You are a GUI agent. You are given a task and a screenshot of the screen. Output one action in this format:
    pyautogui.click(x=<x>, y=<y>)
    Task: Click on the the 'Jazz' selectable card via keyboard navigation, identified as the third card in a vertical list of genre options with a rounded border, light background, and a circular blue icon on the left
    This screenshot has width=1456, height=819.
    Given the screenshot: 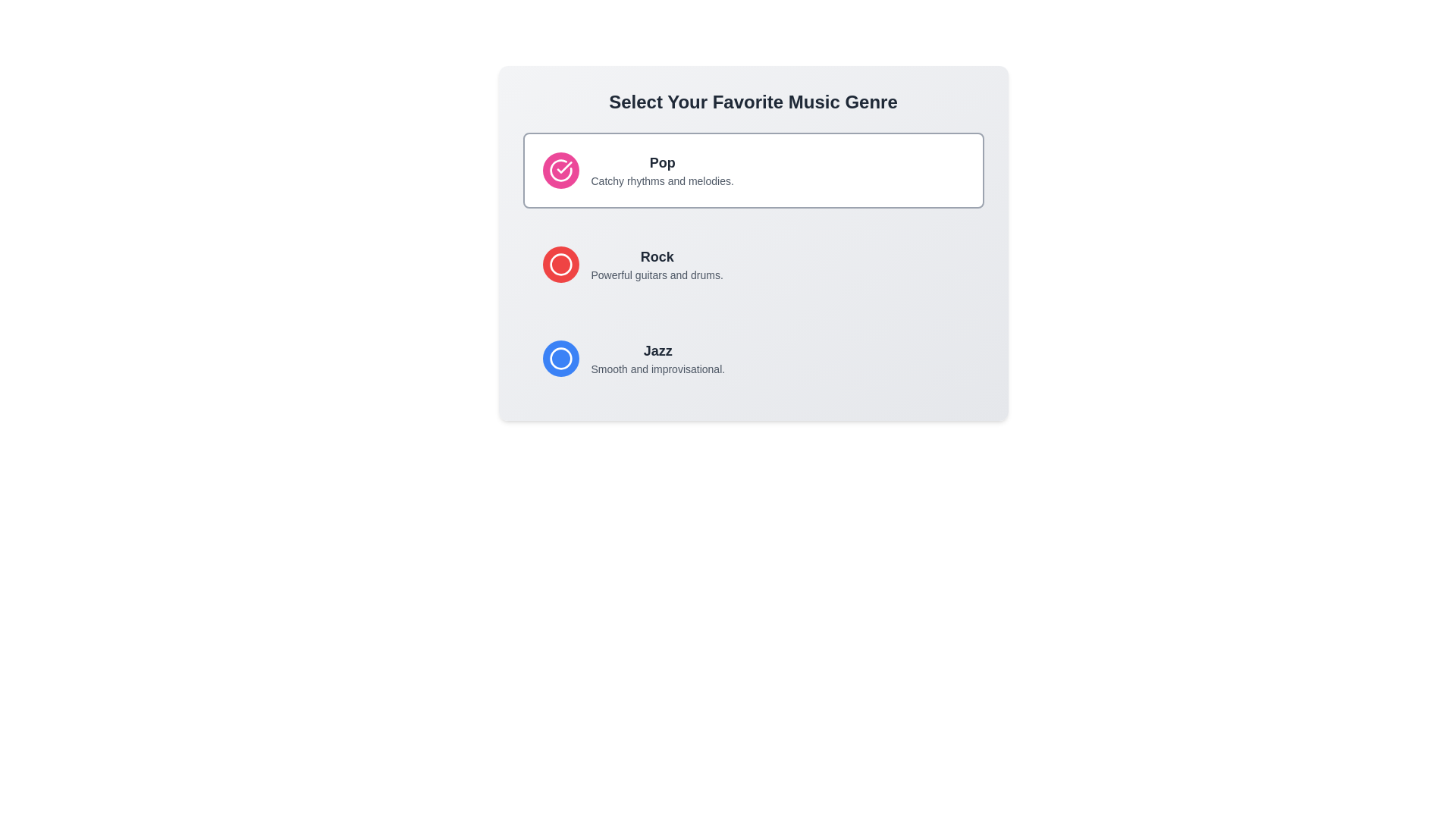 What is the action you would take?
    pyautogui.click(x=753, y=359)
    